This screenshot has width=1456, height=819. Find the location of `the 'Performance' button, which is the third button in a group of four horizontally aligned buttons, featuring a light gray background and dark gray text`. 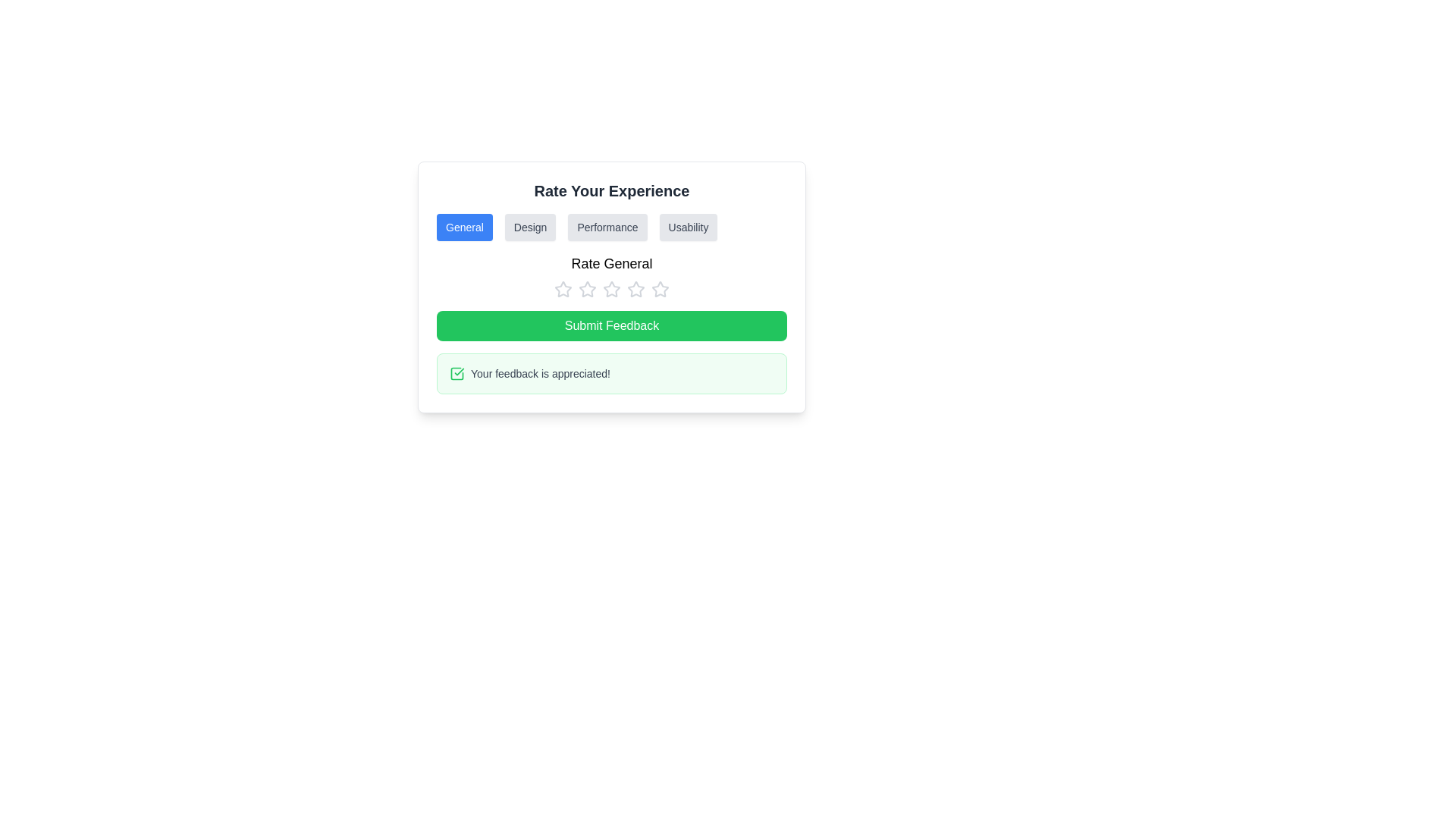

the 'Performance' button, which is the third button in a group of four horizontally aligned buttons, featuring a light gray background and dark gray text is located at coordinates (607, 227).